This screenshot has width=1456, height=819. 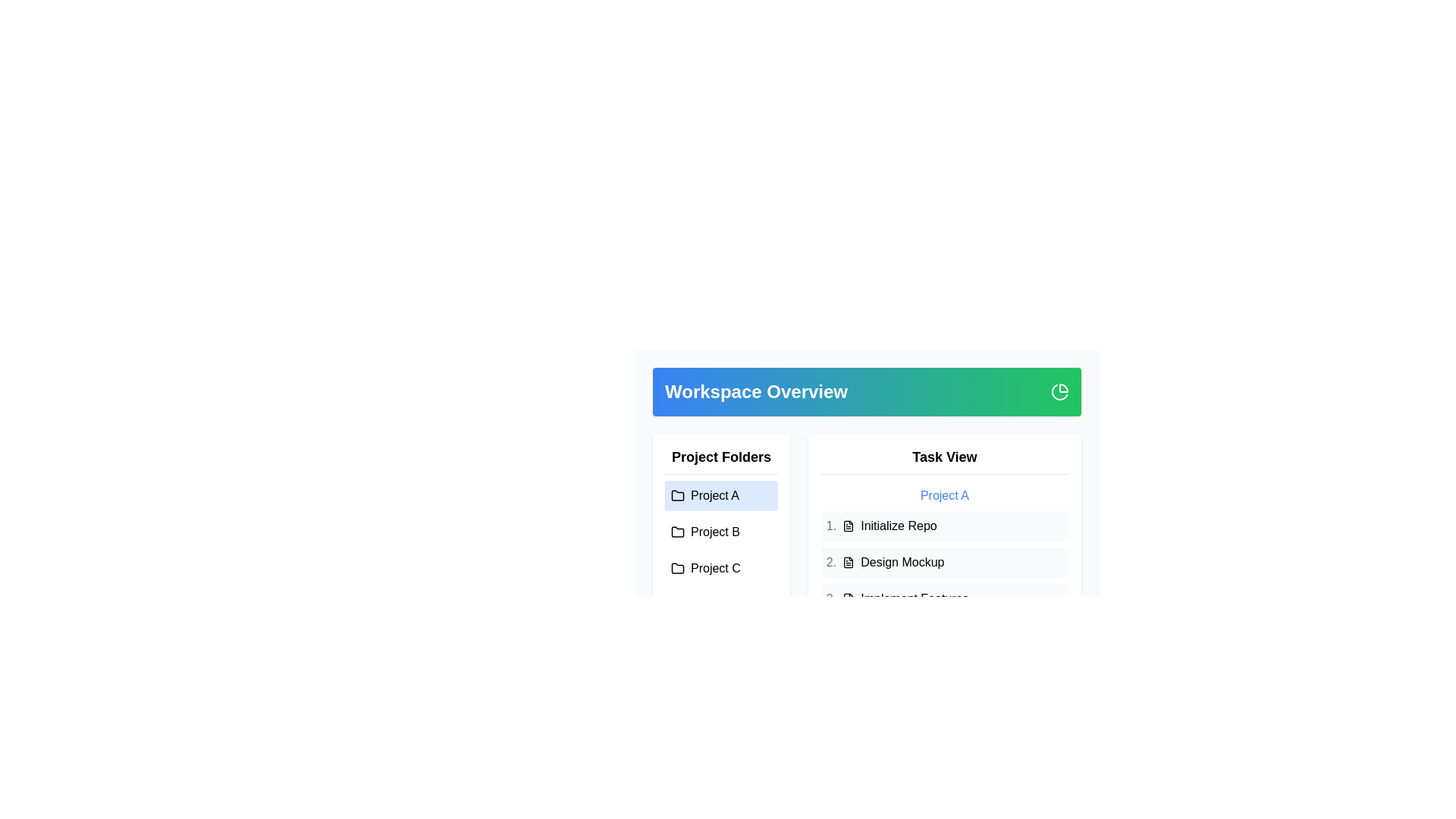 What do you see at coordinates (848, 526) in the screenshot?
I see `the icon representing a document or file-related task located to the left of the text for the first task labeled 'Initialize Repo' in the 'Task View' section` at bounding box center [848, 526].